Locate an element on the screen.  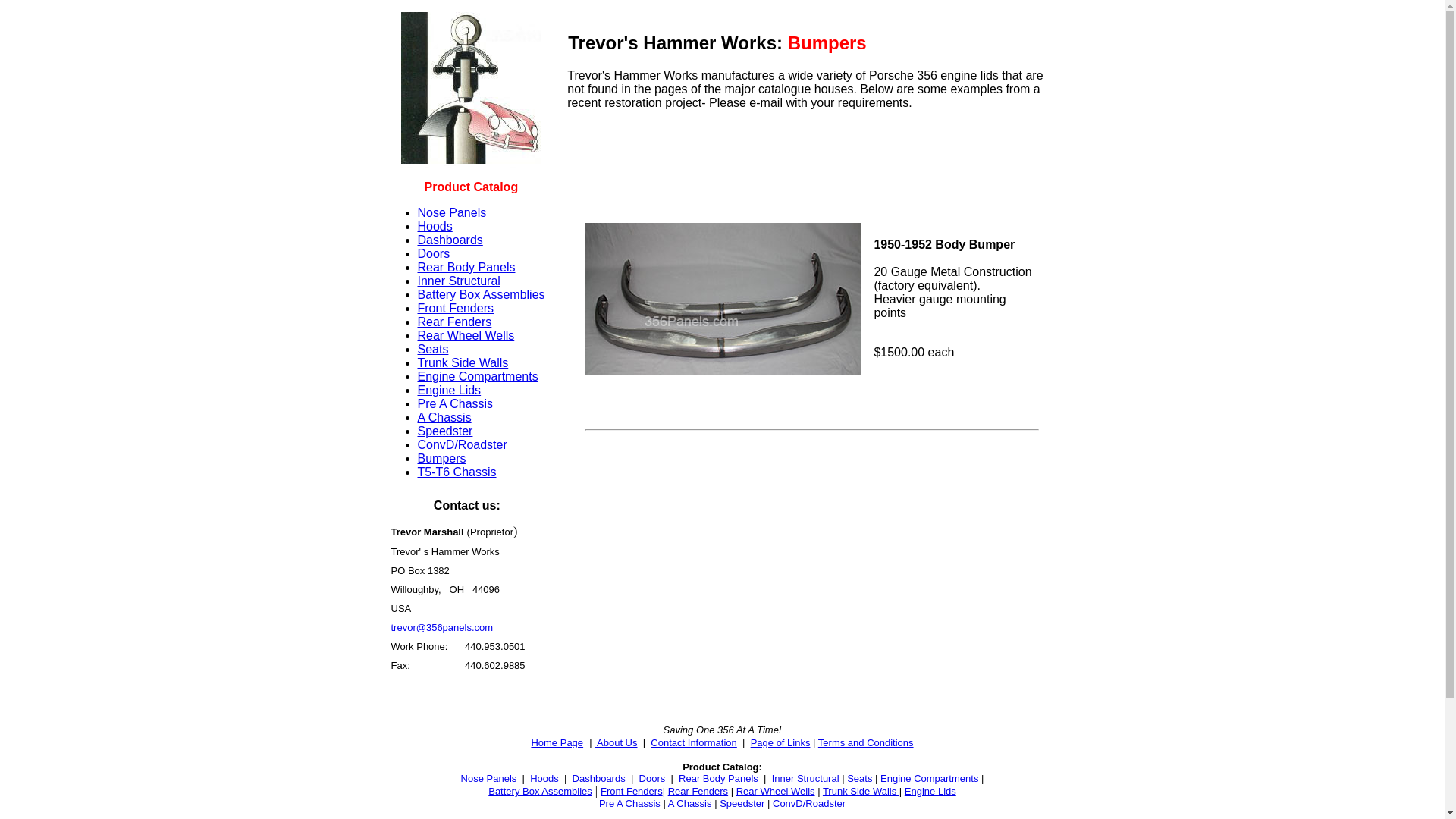
'trevor@356panels.com' is located at coordinates (441, 627).